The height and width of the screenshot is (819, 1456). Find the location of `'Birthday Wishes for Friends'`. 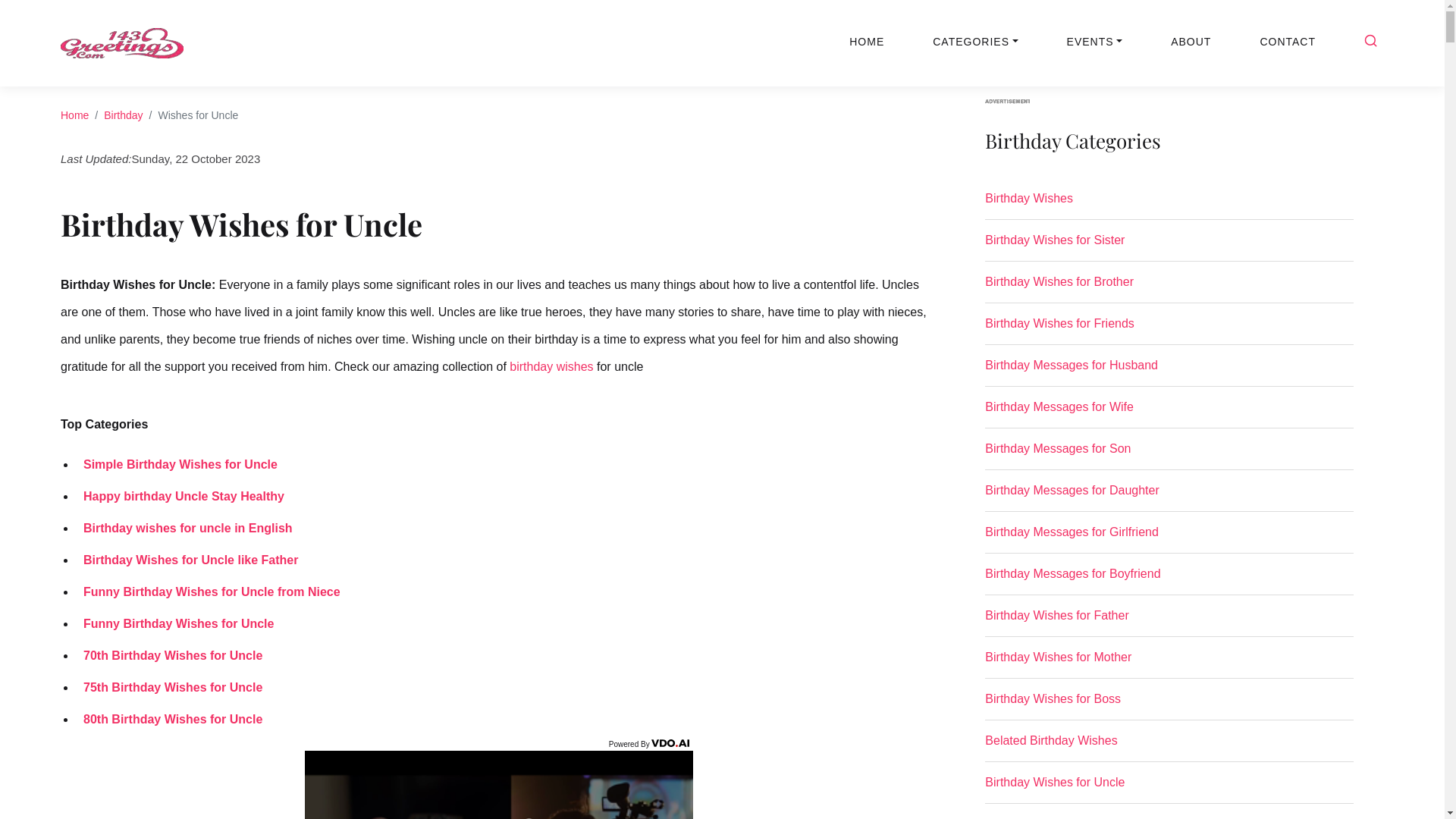

'Birthday Wishes for Friends' is located at coordinates (985, 329).